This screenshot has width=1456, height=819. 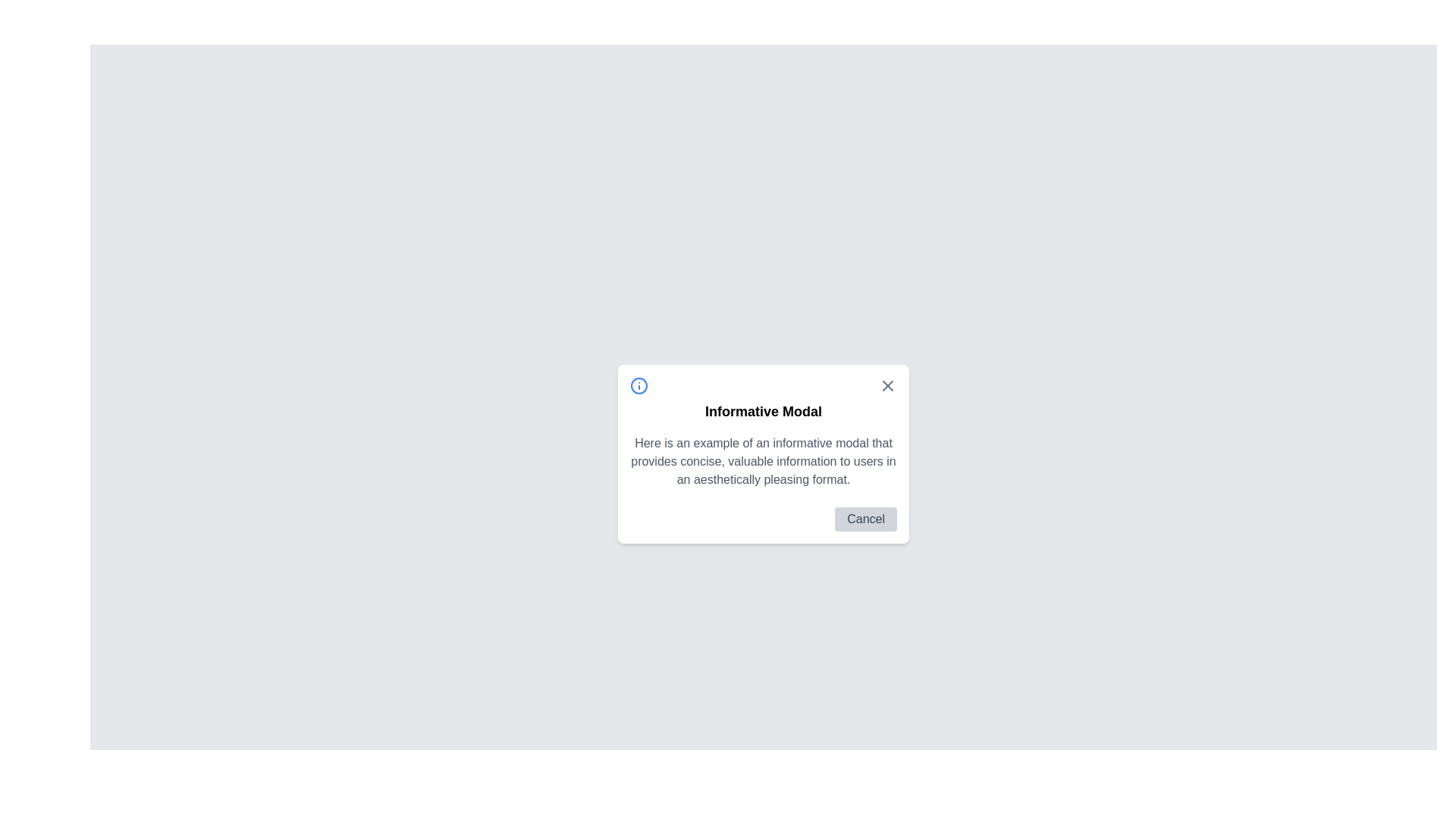 I want to click on the 'Informative Modal' text label displayed in bold within the modal window, so click(x=764, y=412).